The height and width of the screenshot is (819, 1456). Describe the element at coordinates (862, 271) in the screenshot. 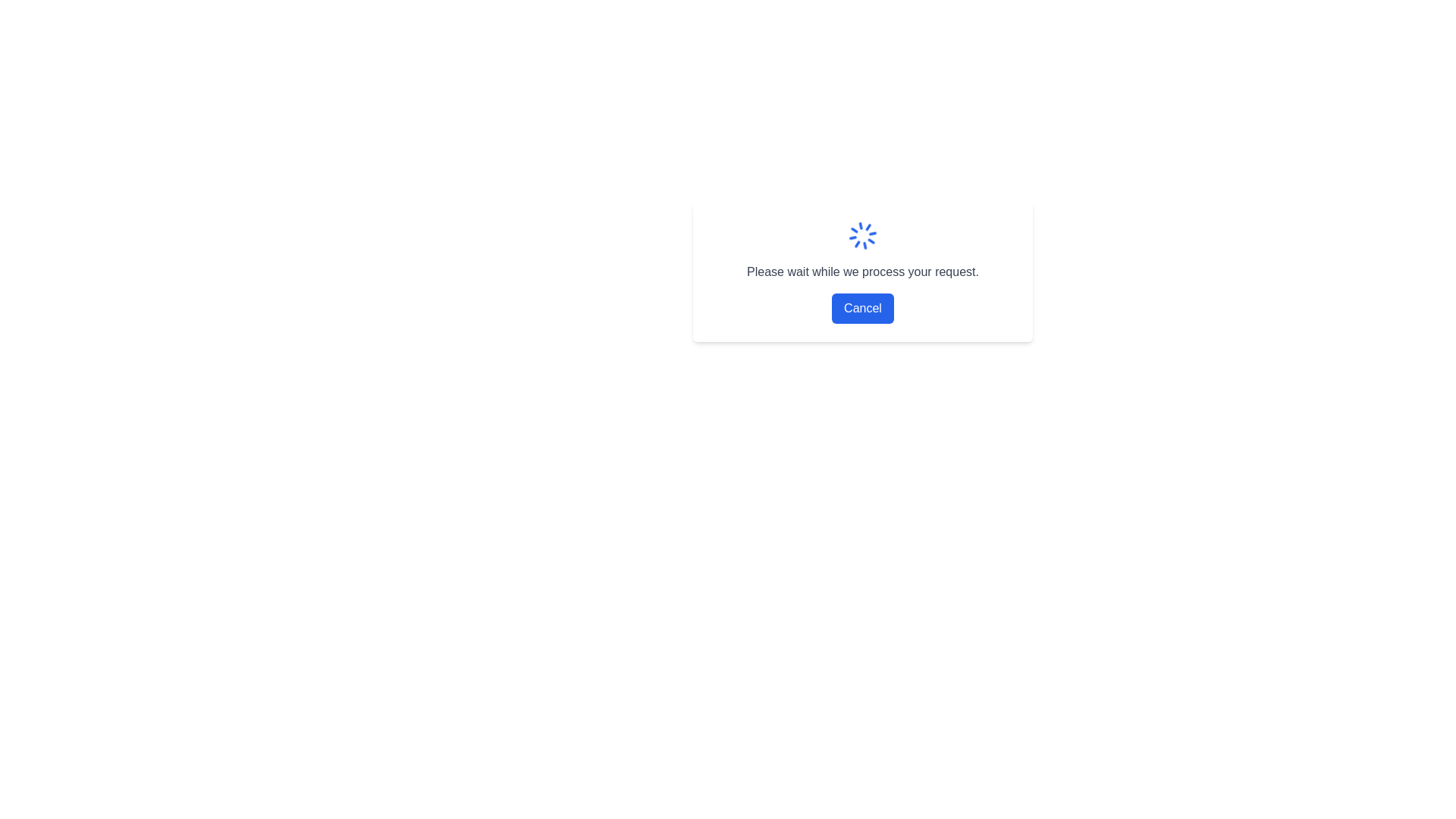

I see `the text label displaying 'Please wait while we process your request.' which is centered in the dialog box, positioned between a loading spinner and a 'Cancel' button` at that location.